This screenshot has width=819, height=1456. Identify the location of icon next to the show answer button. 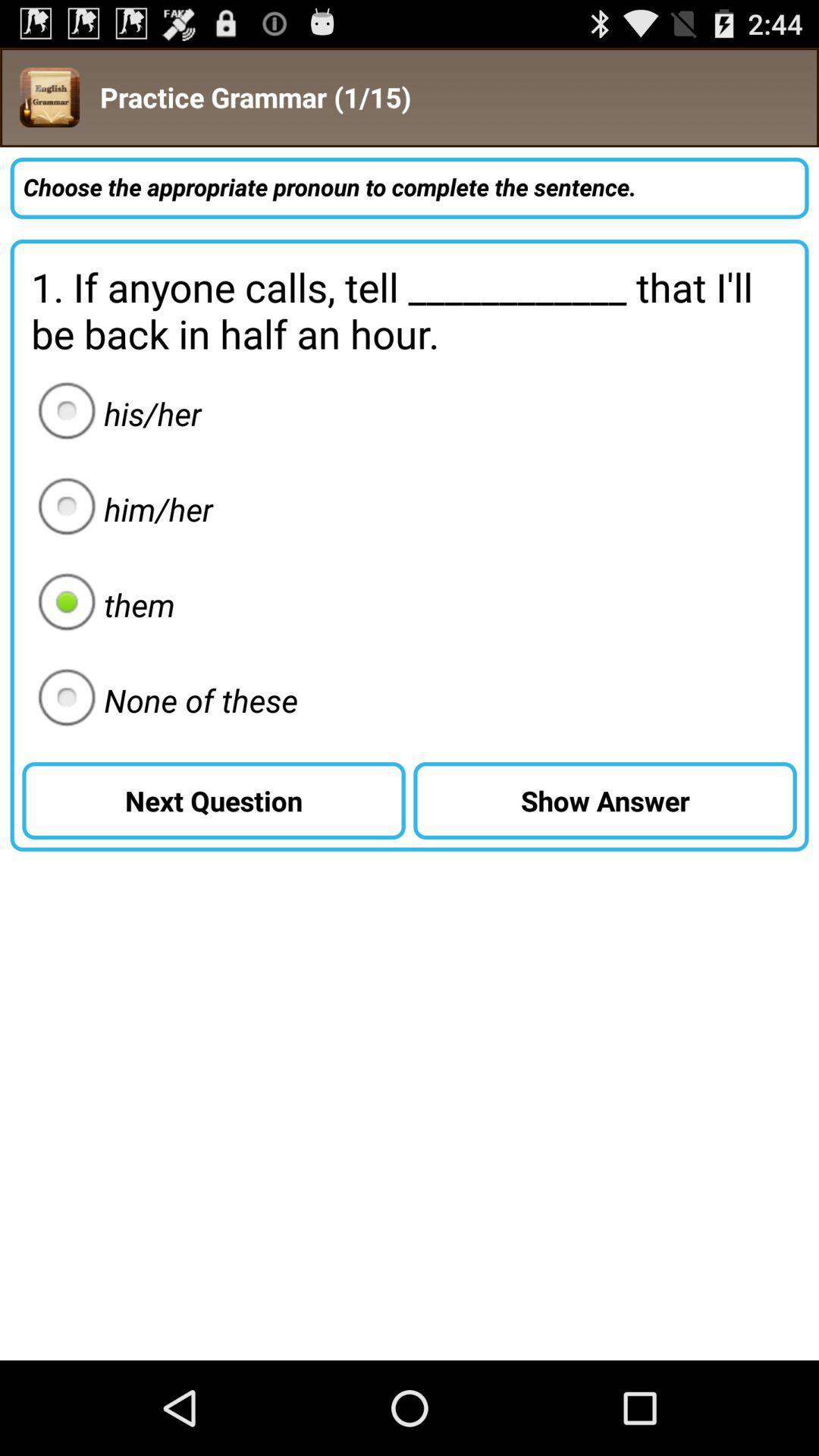
(163, 699).